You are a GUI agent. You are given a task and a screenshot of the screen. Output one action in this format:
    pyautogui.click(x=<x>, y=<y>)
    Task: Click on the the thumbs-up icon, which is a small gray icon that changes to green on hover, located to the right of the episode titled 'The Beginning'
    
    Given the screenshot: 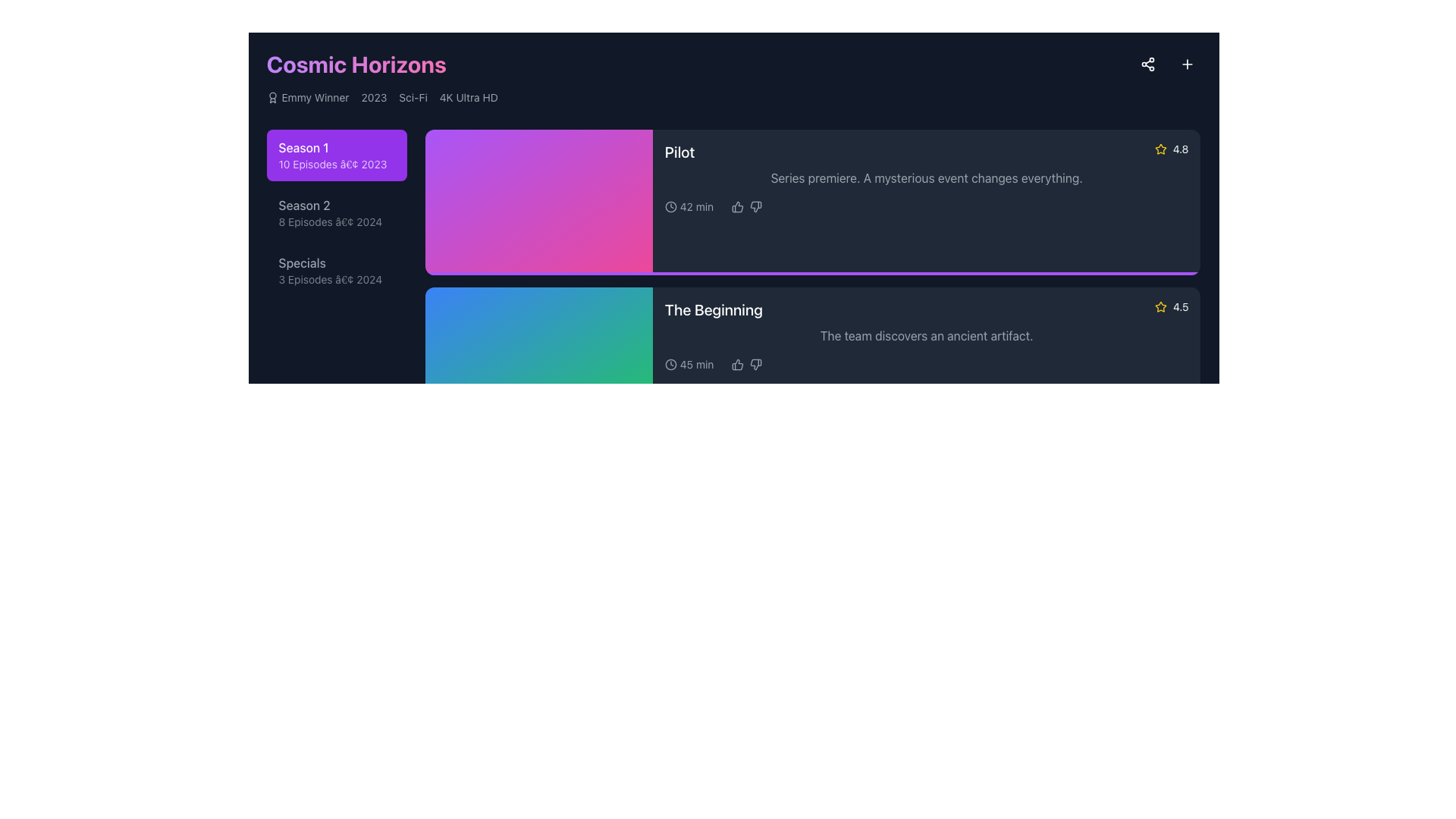 What is the action you would take?
    pyautogui.click(x=738, y=365)
    